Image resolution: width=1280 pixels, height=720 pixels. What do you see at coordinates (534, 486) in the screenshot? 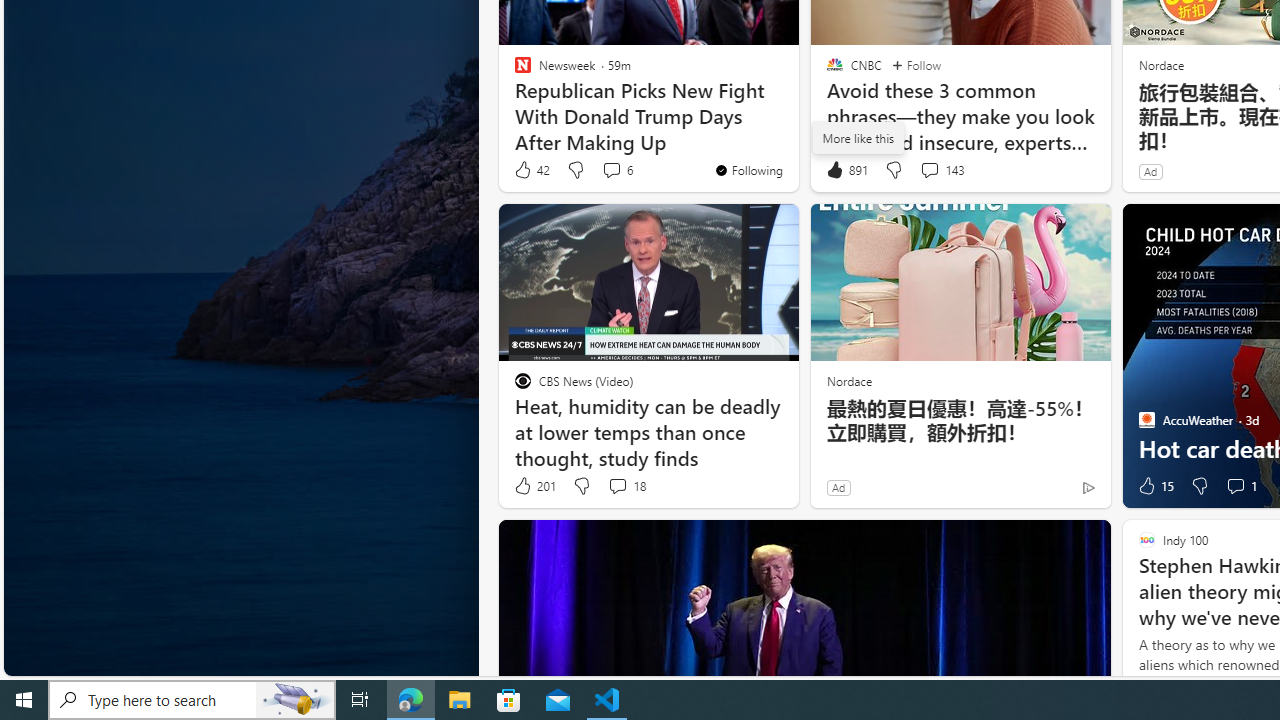
I see `'201 Like'` at bounding box center [534, 486].